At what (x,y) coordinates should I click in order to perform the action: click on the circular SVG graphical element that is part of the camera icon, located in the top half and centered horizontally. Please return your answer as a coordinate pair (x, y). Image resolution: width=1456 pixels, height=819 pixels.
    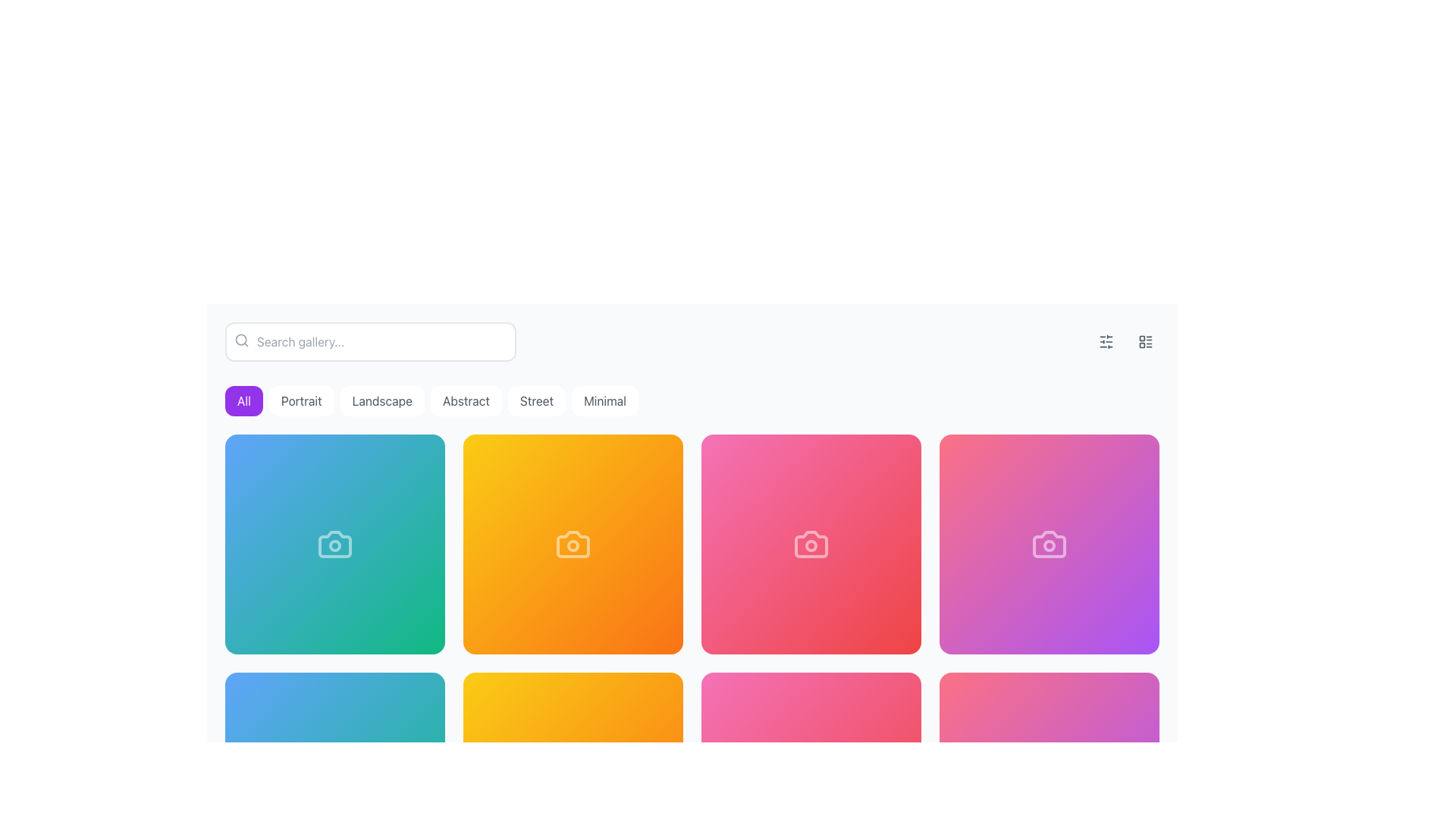
    Looking at the image, I should click on (334, 546).